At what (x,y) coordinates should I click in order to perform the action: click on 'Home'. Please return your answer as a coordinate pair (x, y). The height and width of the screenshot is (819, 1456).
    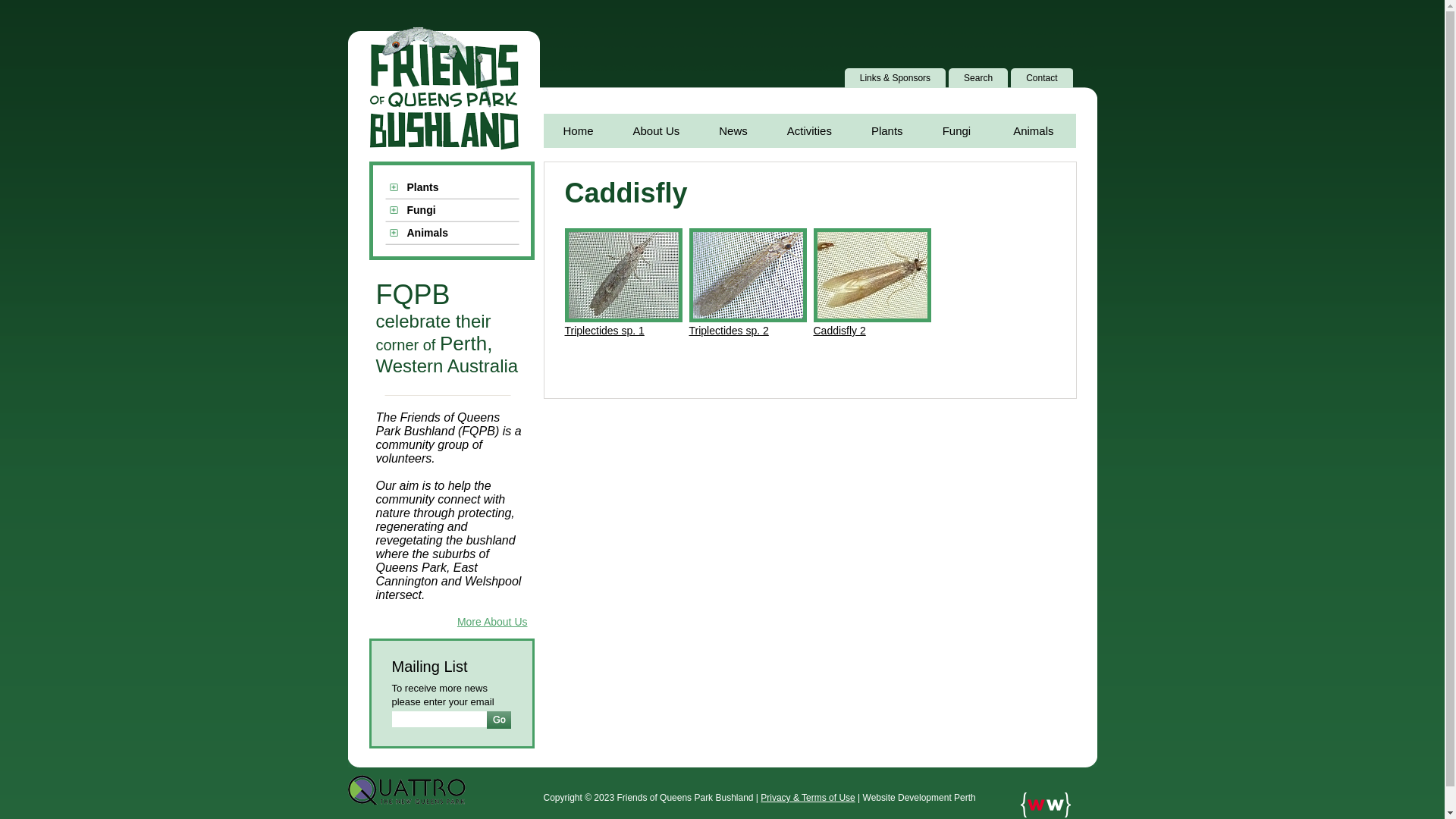
    Looking at the image, I should click on (577, 130).